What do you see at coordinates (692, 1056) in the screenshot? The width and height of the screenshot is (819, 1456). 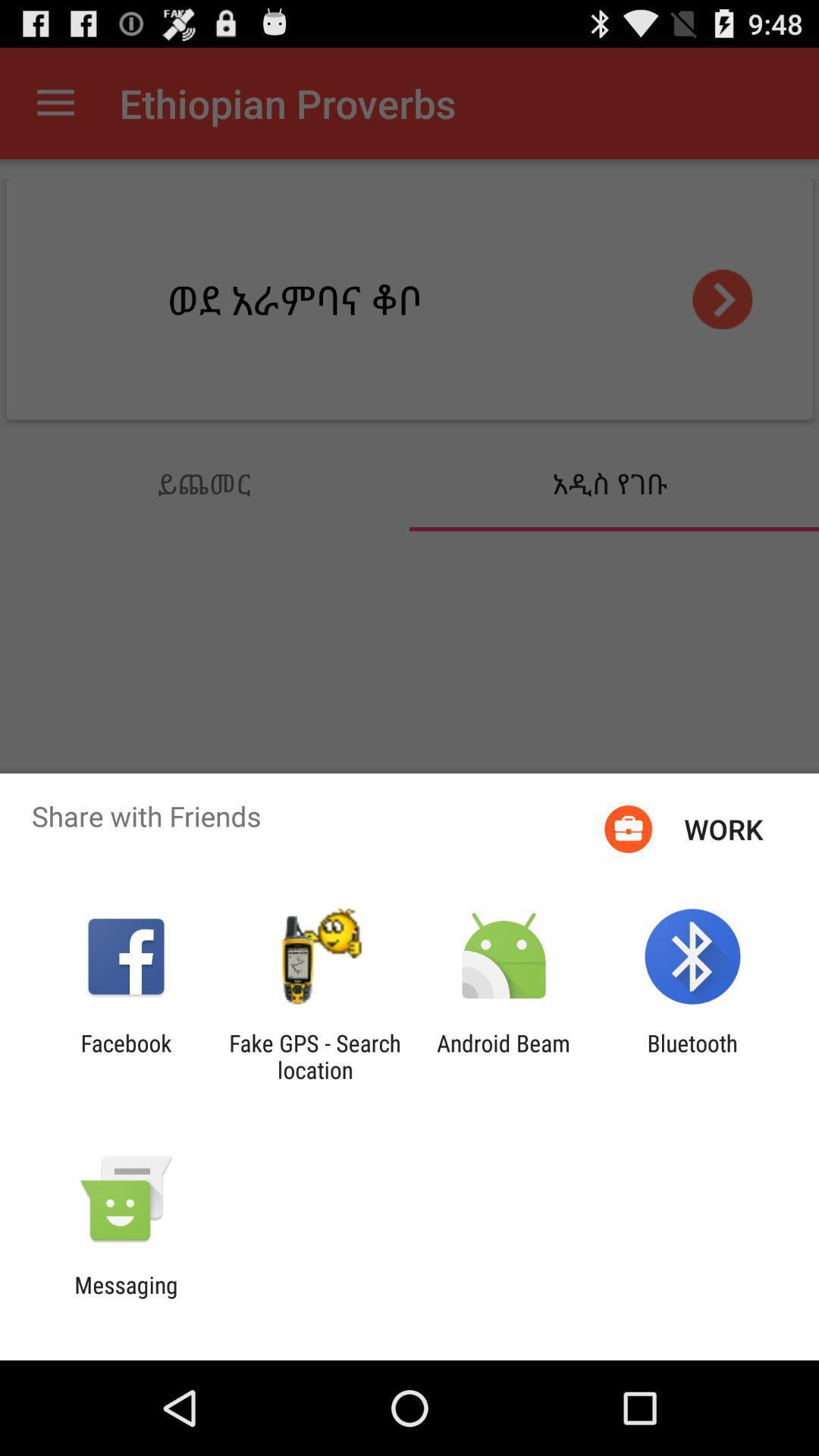 I see `bluetooth app` at bounding box center [692, 1056].